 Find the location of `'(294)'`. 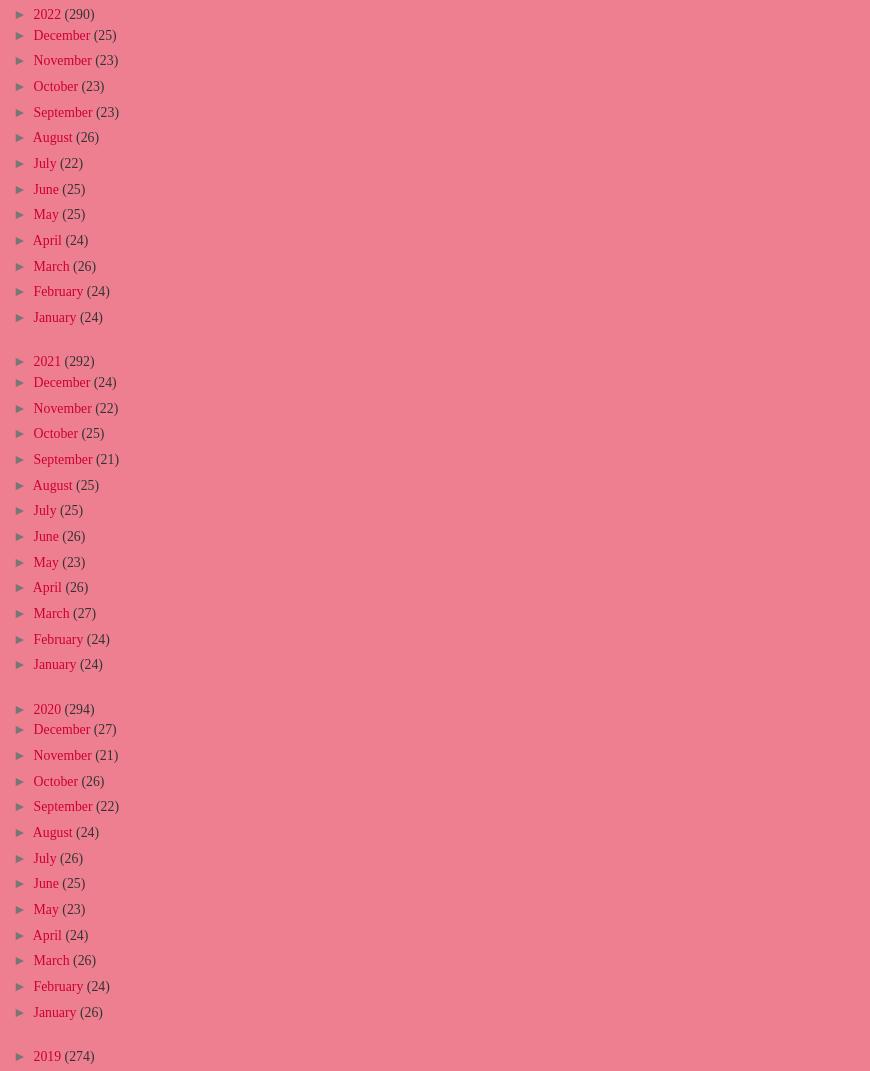

'(294)' is located at coordinates (77, 708).